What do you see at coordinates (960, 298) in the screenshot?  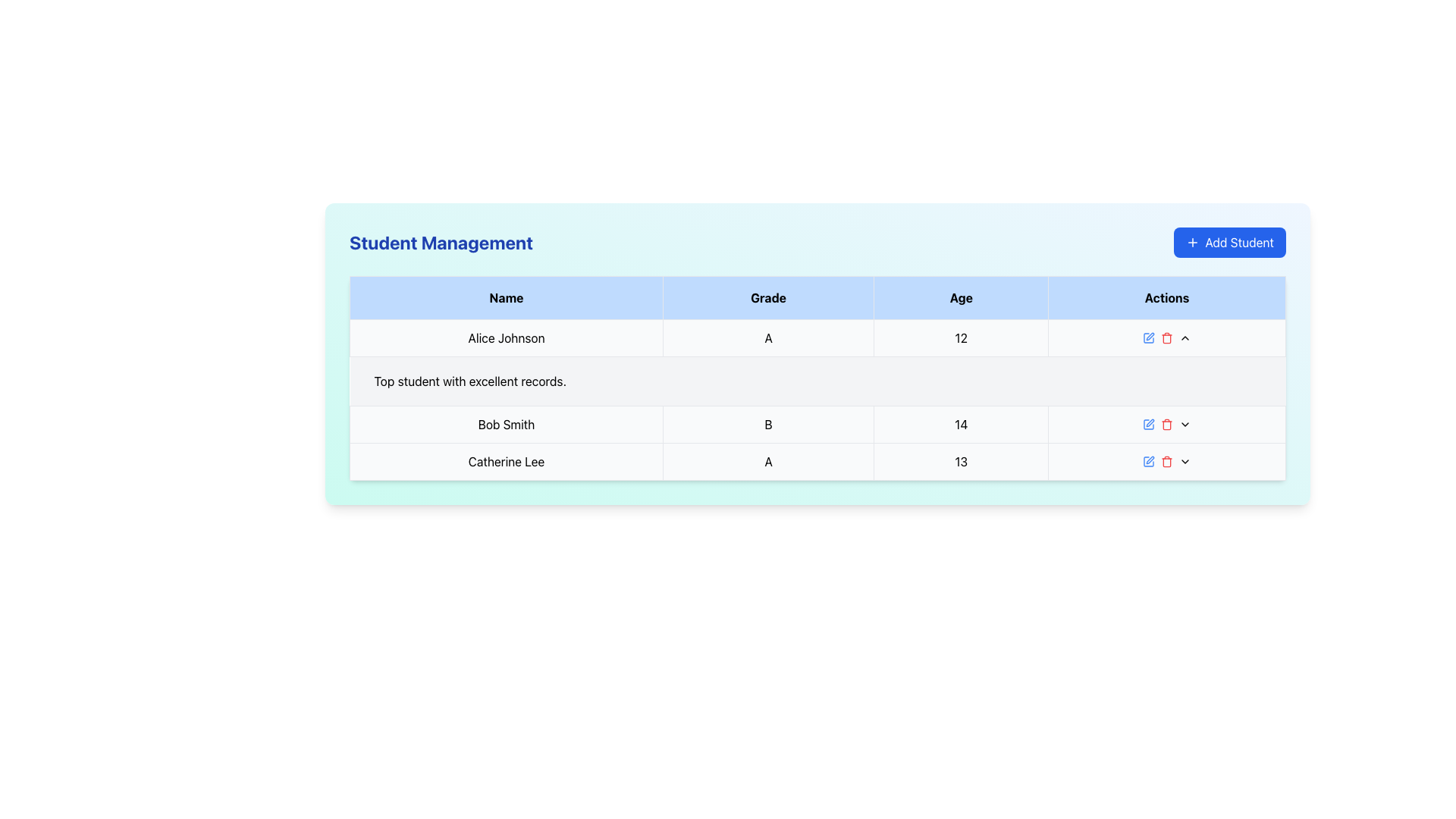 I see `the 'Age' column header cell in the table, which is the third header following 'Name' and 'Grade', and before 'Actions'` at bounding box center [960, 298].